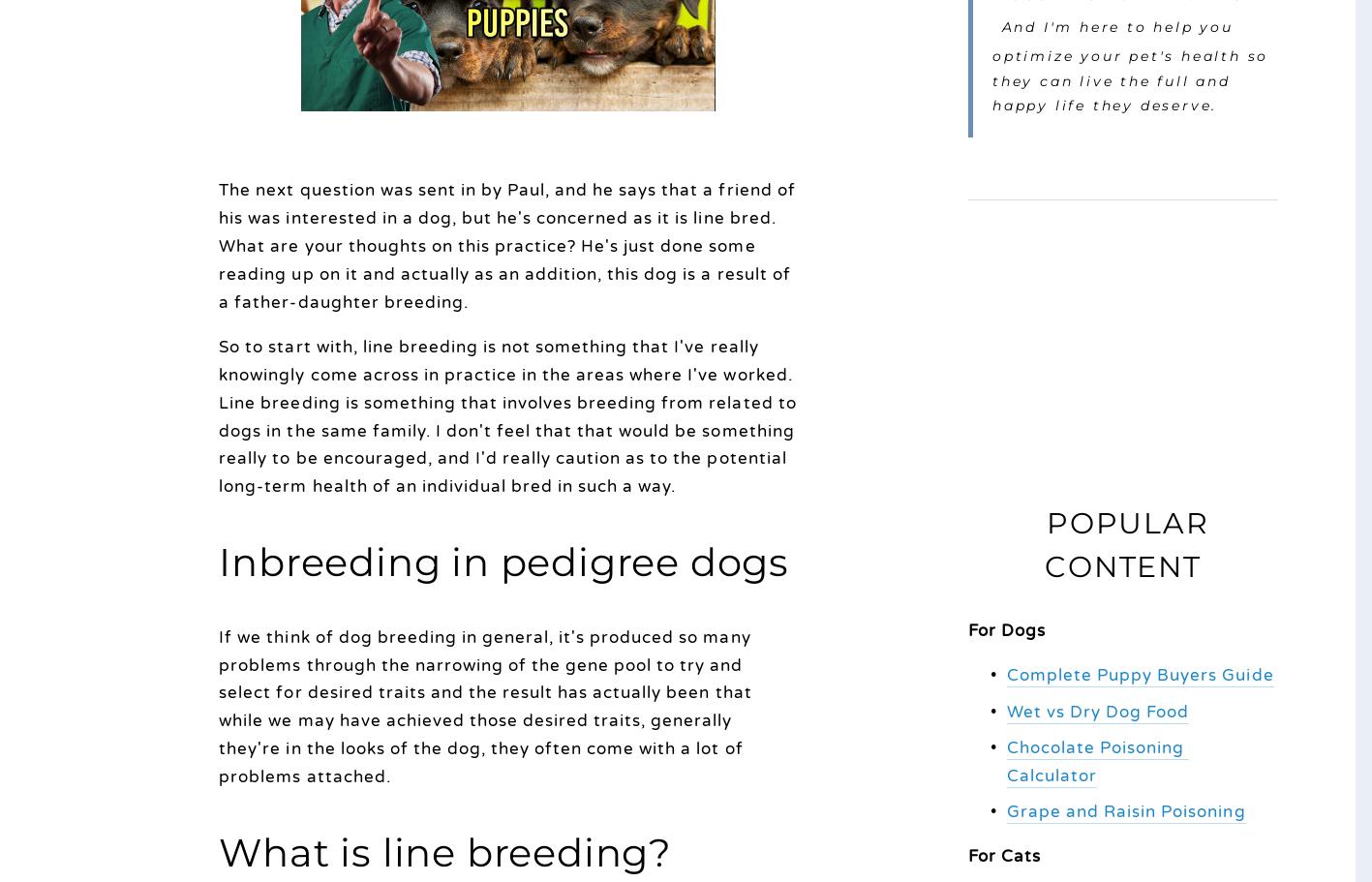 The image size is (1372, 882). What do you see at coordinates (443, 851) in the screenshot?
I see `'What is line breeding?'` at bounding box center [443, 851].